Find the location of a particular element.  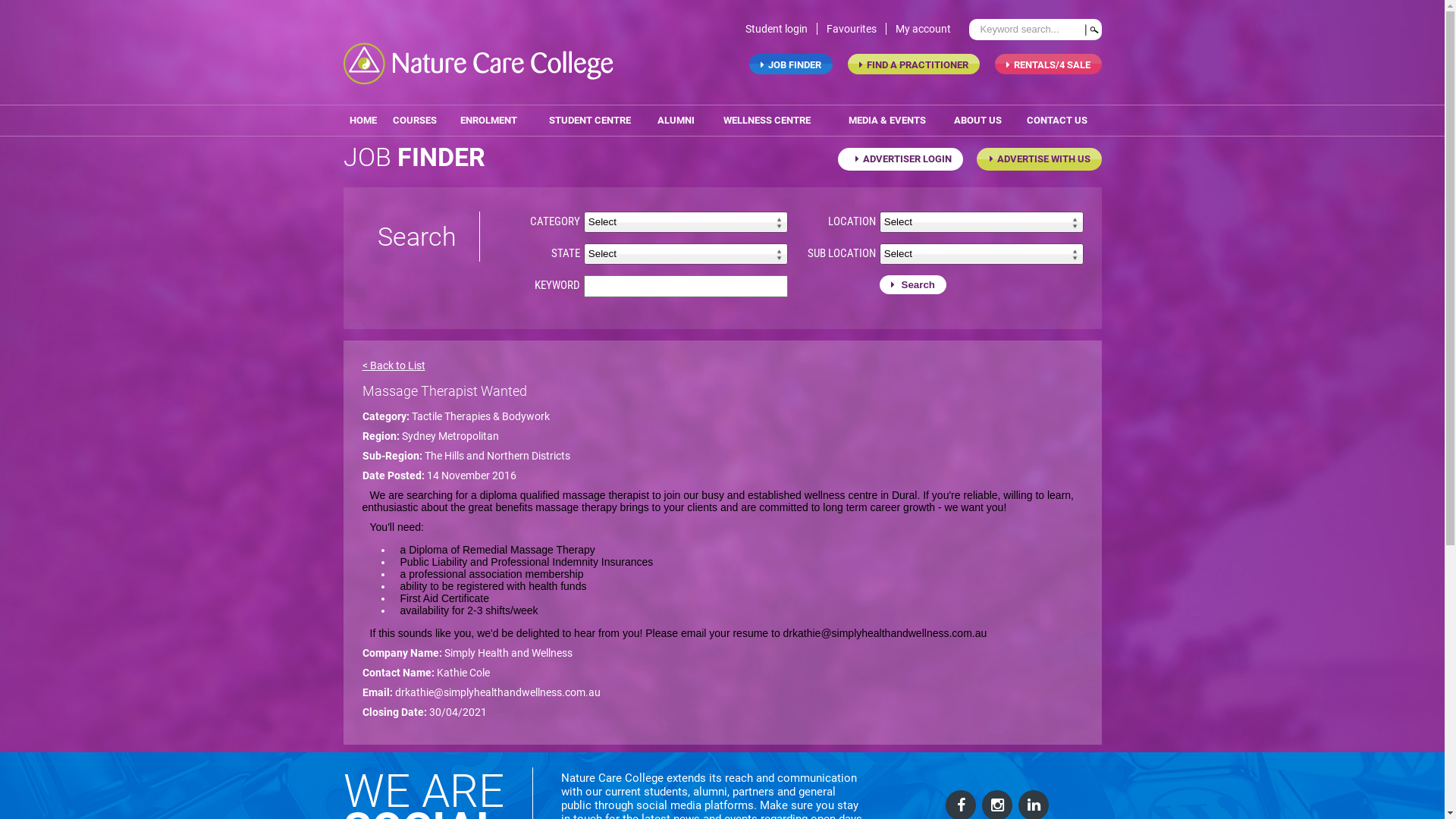

'MEDIA & EVENTS' is located at coordinates (886, 119).